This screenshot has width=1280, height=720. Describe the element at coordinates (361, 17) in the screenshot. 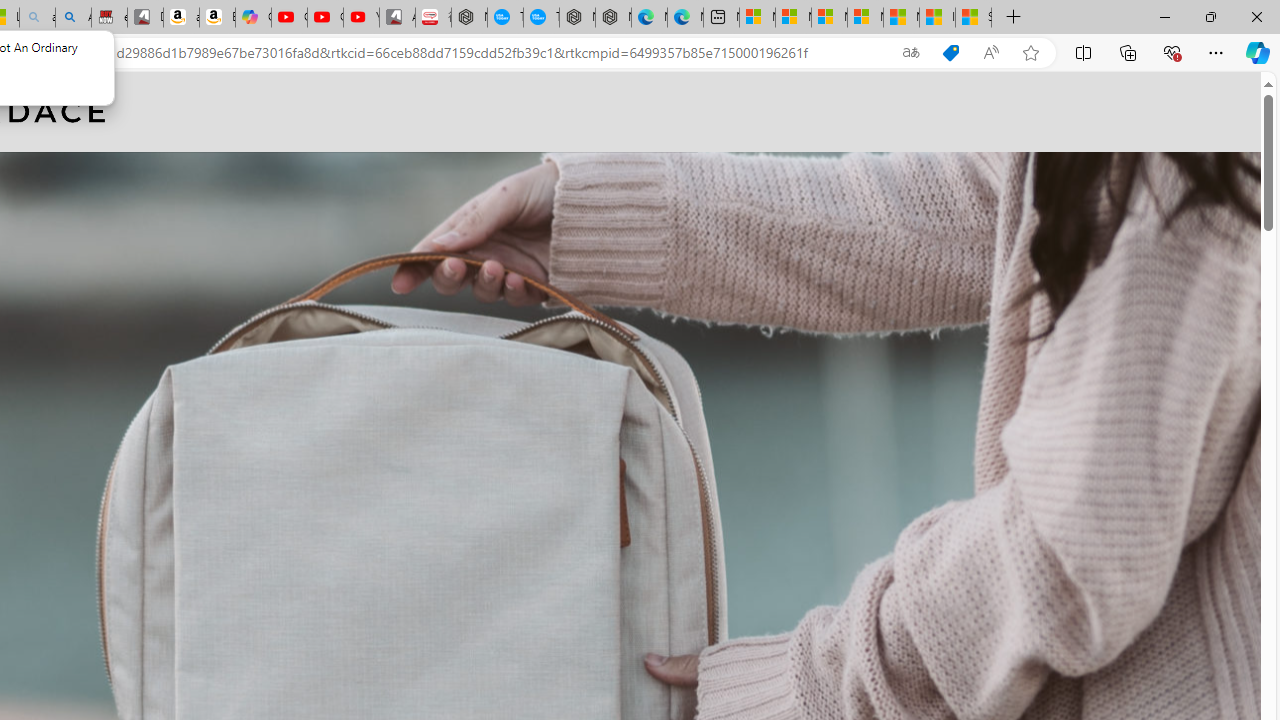

I see `'YouTube Kids - An App Created for Kids to Explore Content'` at that location.